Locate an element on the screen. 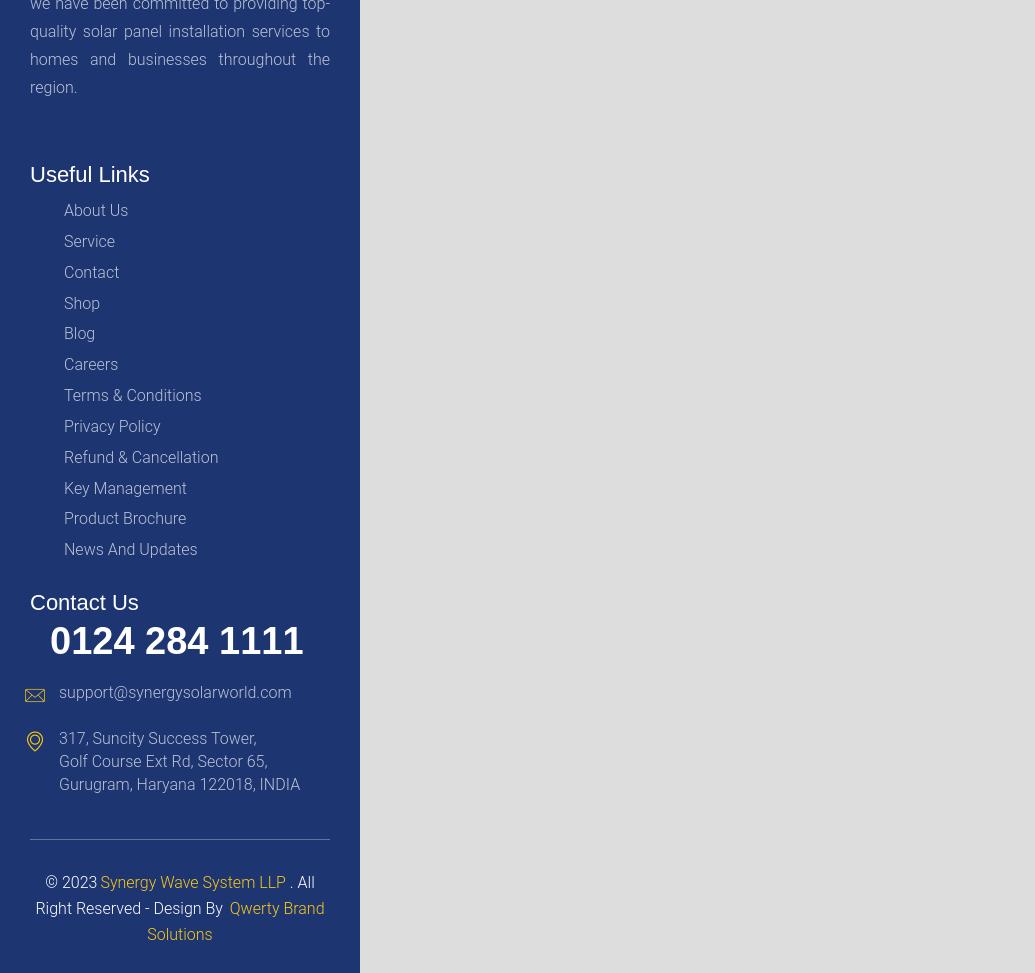 The width and height of the screenshot is (1035, 973). 'Product Brochure' is located at coordinates (125, 517).